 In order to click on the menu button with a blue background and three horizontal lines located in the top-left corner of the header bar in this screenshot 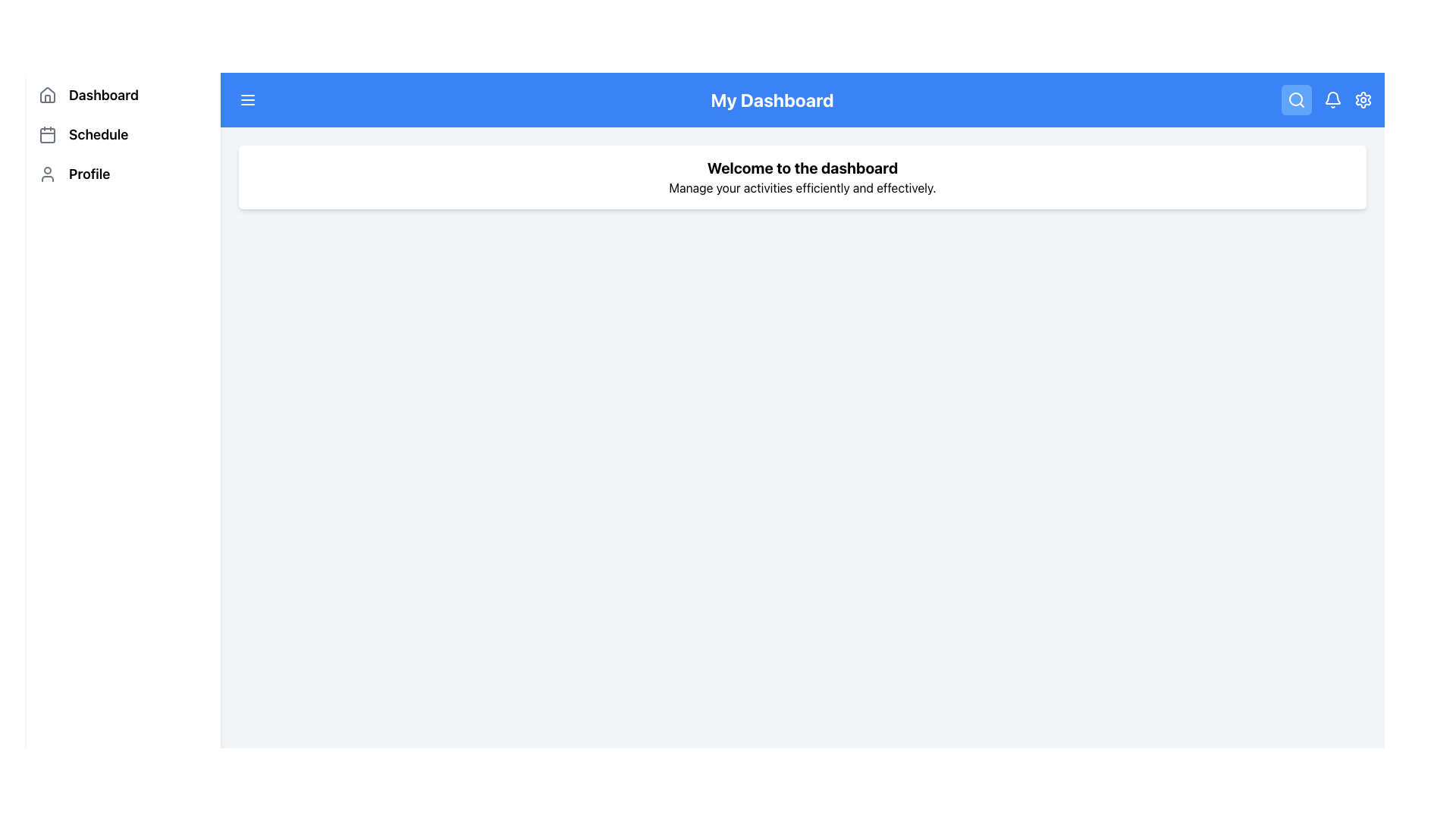, I will do `click(247, 99)`.